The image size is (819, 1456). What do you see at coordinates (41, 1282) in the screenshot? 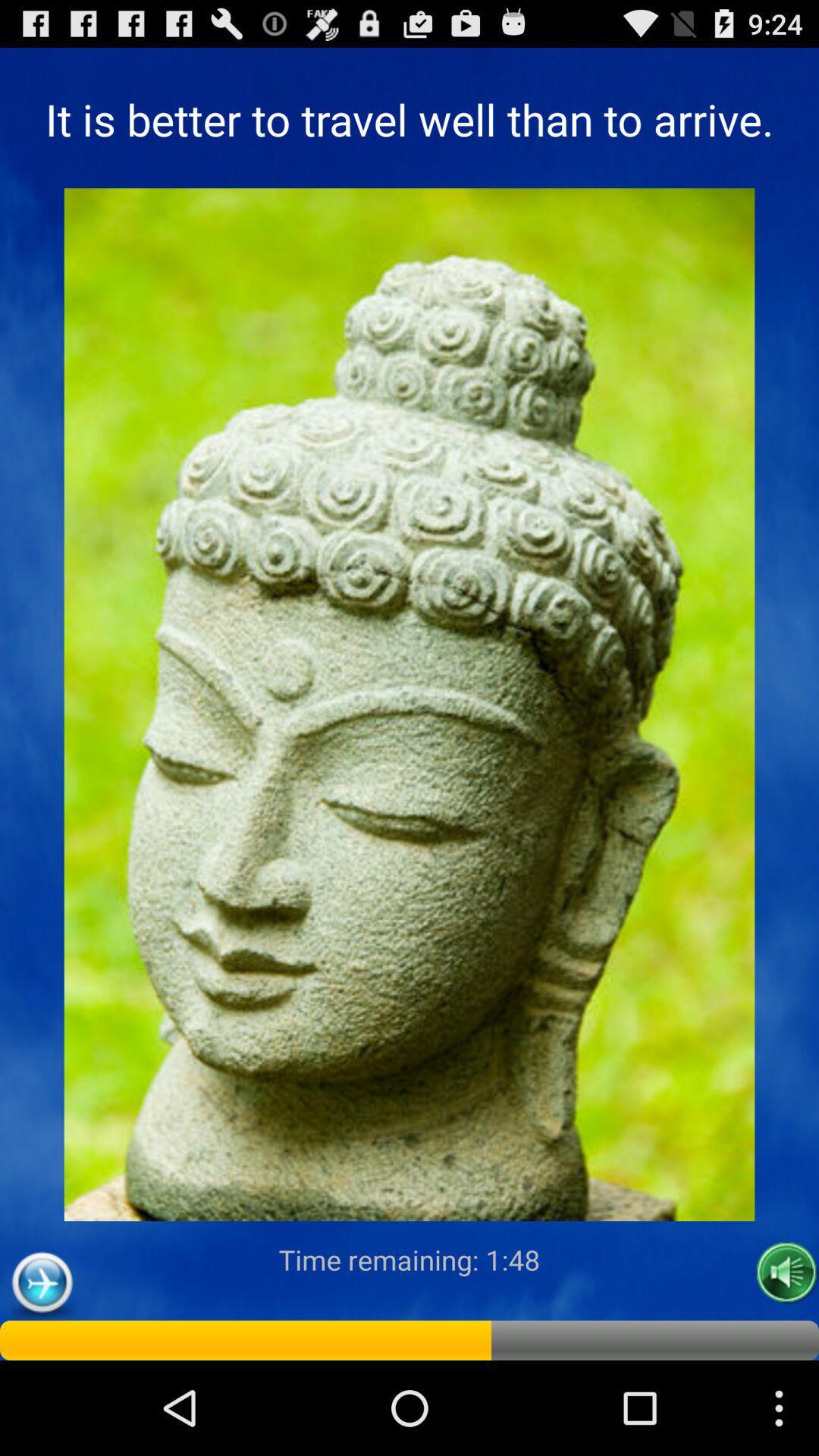
I see `the icon to the left of time remaining 1` at bounding box center [41, 1282].